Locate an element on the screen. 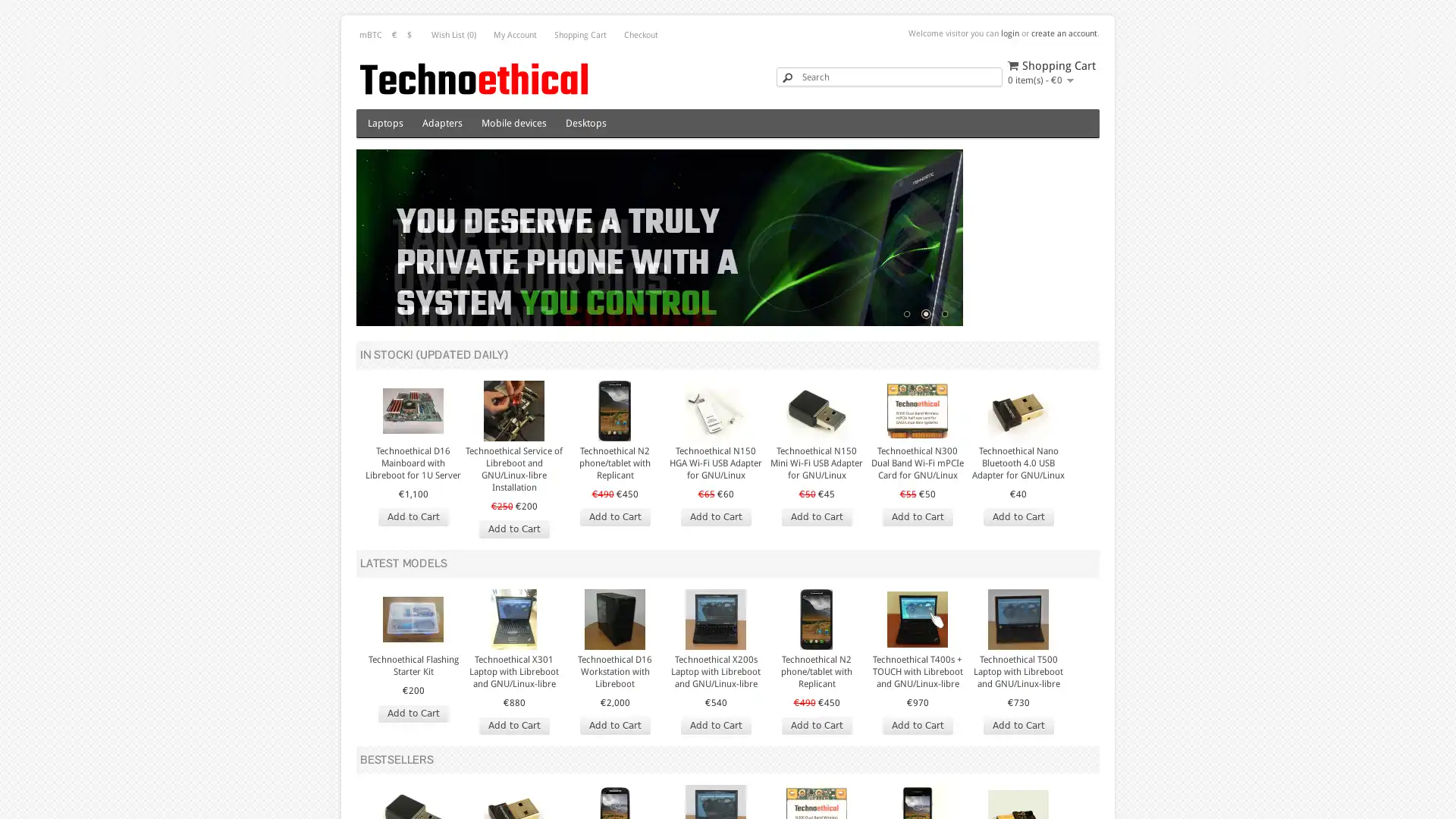  Add to Cart is located at coordinates (1018, 775).